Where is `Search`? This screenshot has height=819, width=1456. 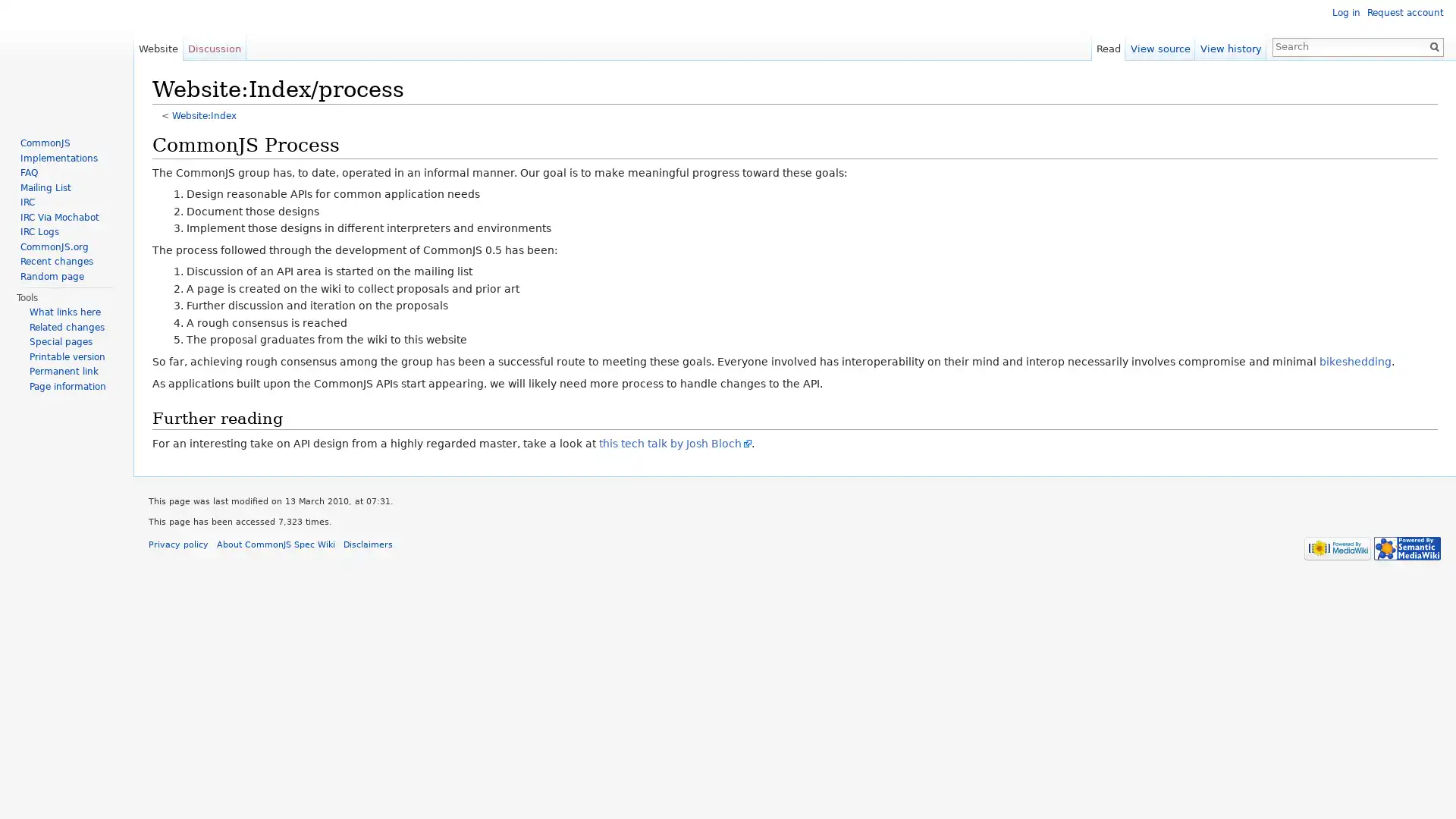
Search is located at coordinates (1433, 45).